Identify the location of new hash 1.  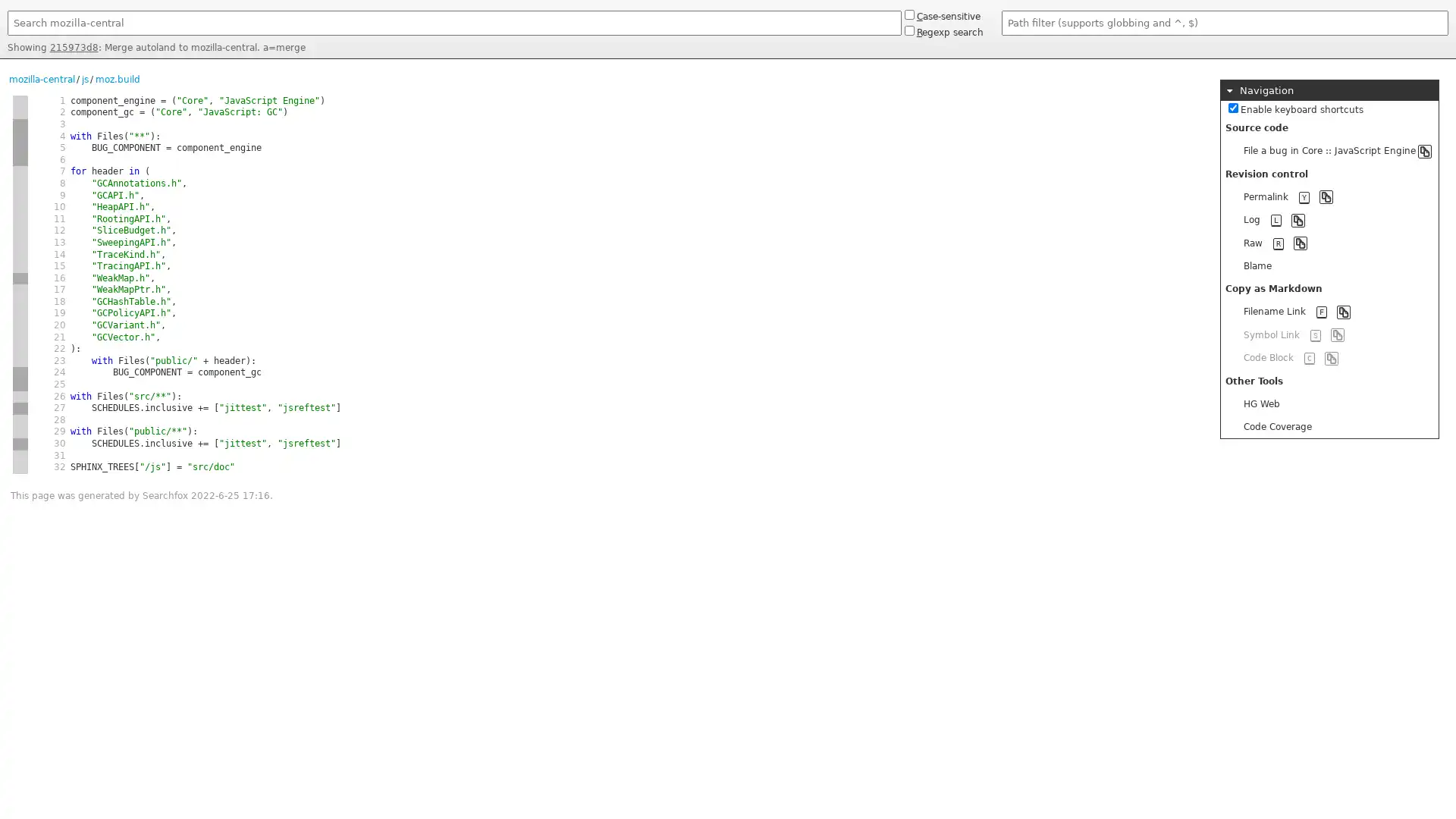
(20, 171).